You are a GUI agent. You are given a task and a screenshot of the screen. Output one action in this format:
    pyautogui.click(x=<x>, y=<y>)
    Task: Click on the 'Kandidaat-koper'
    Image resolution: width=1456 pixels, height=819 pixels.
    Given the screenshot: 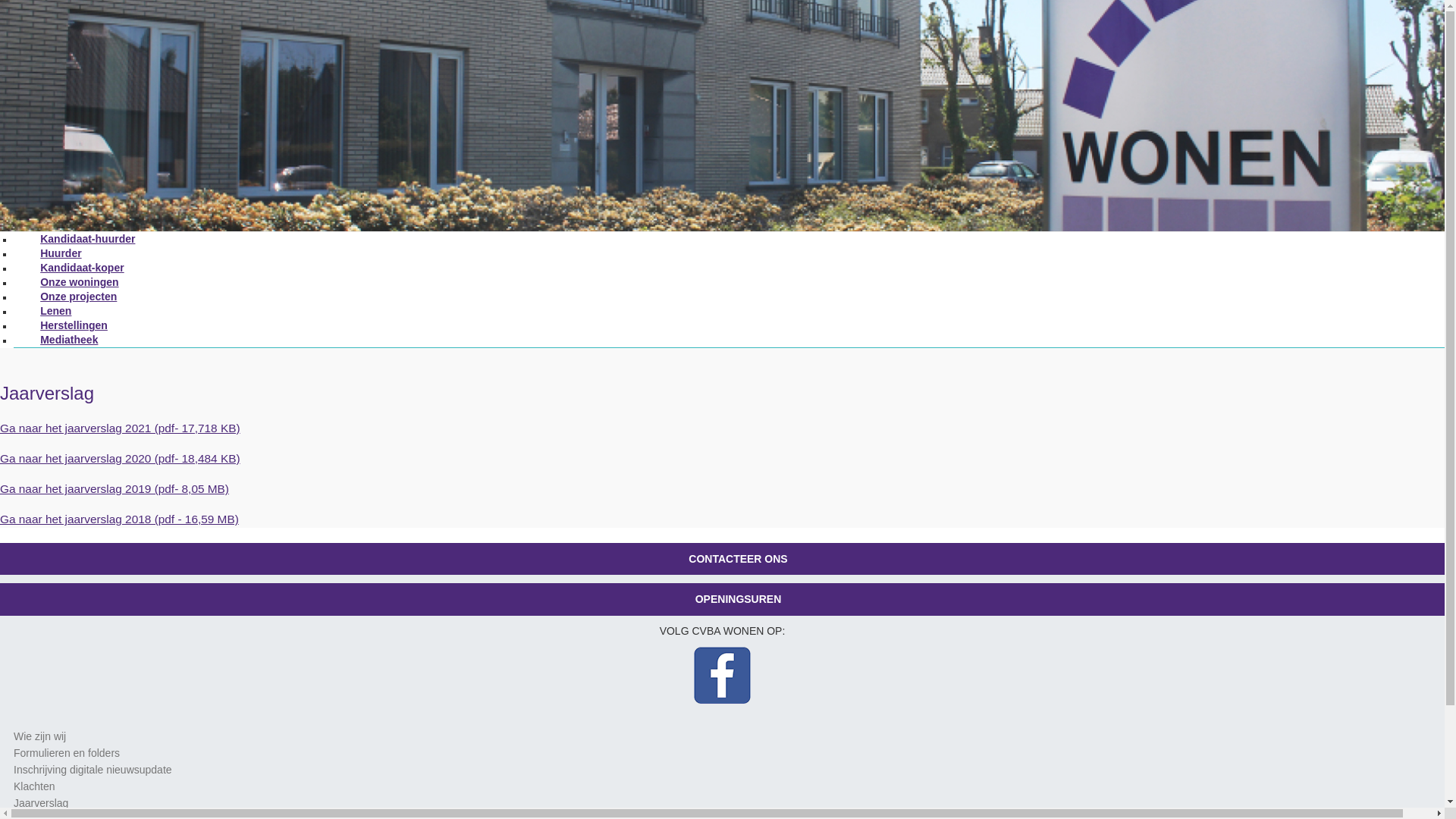 What is the action you would take?
    pyautogui.click(x=81, y=268)
    